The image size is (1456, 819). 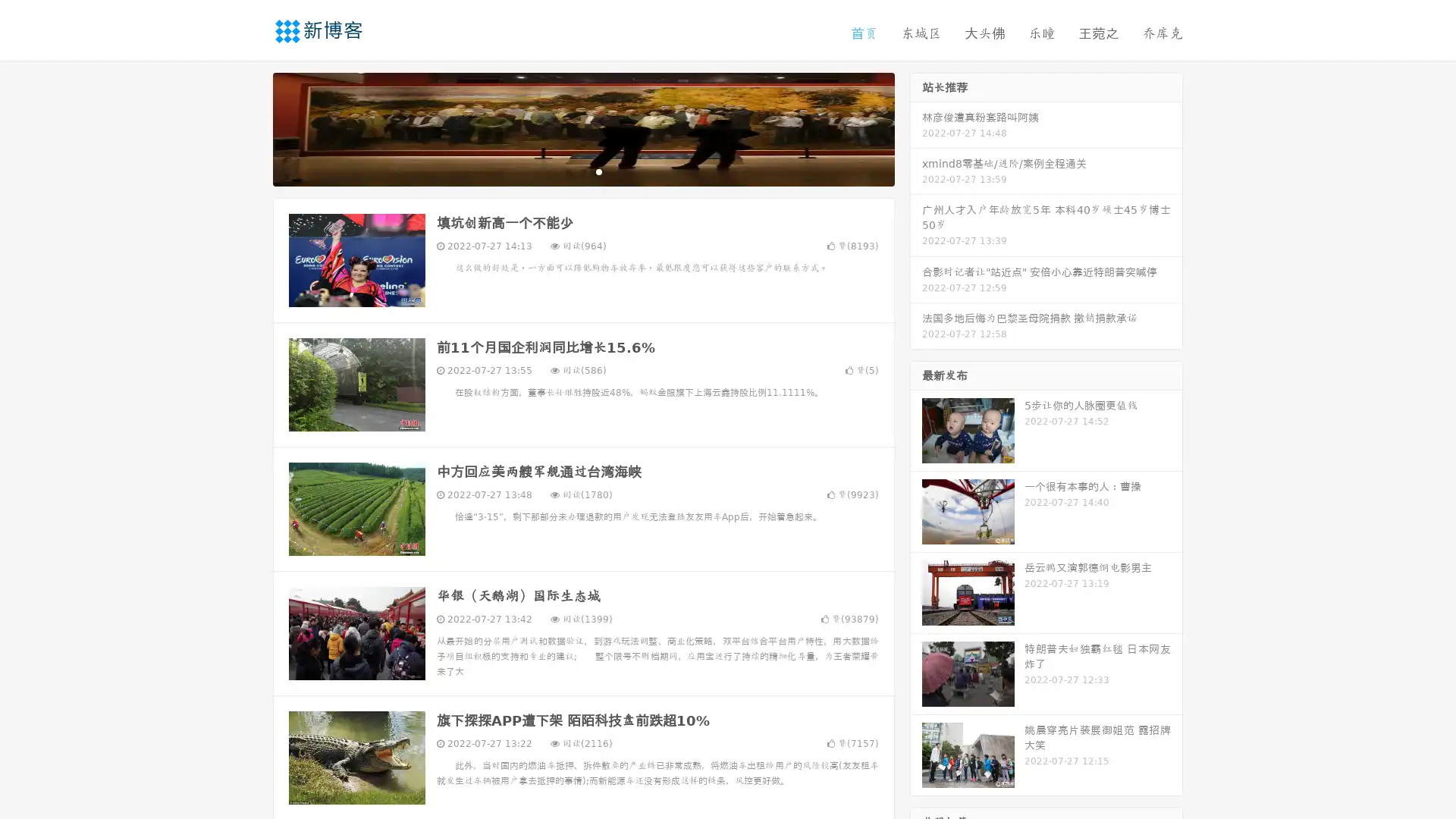 What do you see at coordinates (582, 171) in the screenshot?
I see `Go to slide 2` at bounding box center [582, 171].